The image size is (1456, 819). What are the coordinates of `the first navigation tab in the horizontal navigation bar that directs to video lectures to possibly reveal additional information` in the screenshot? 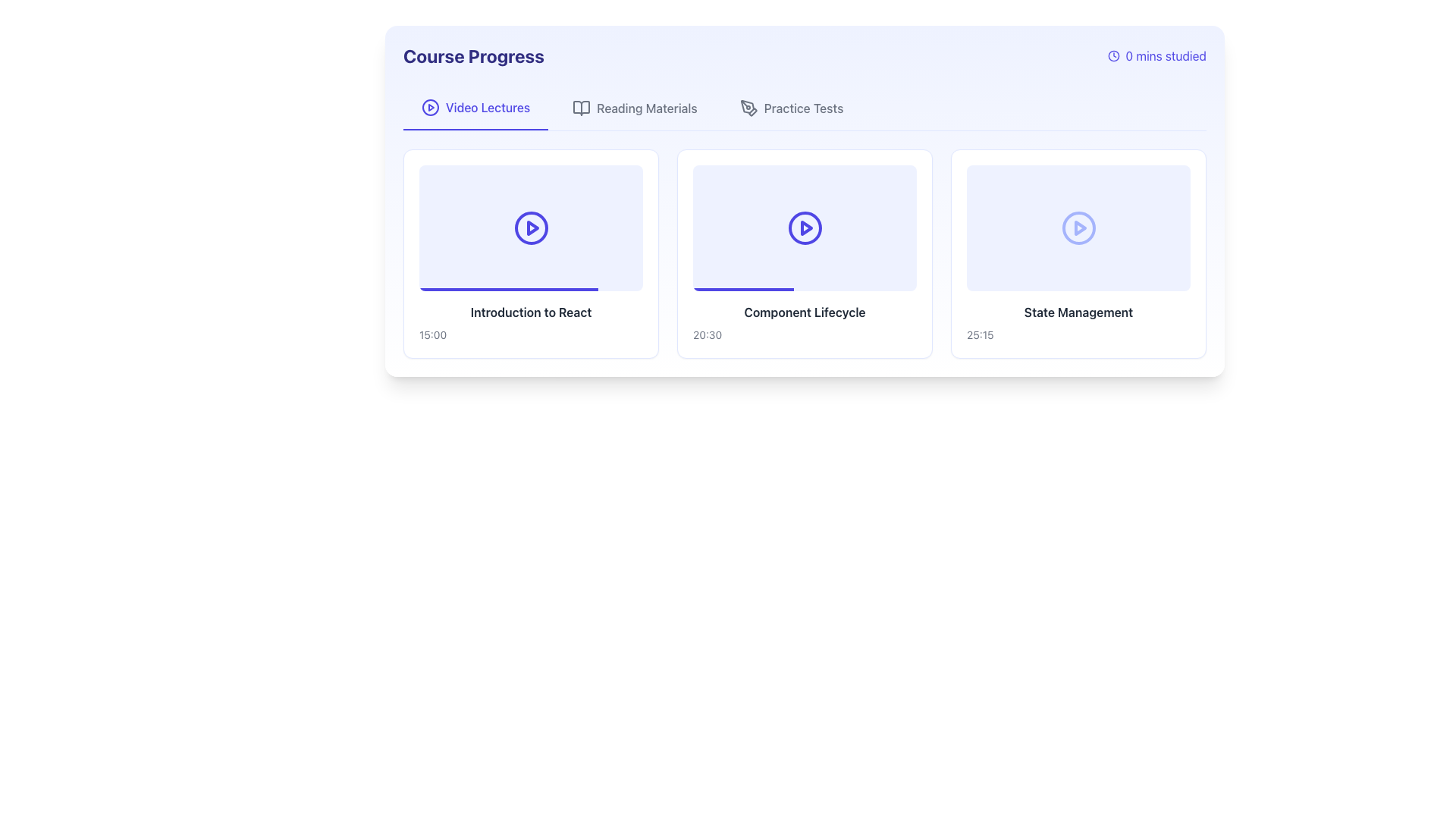 It's located at (475, 107).